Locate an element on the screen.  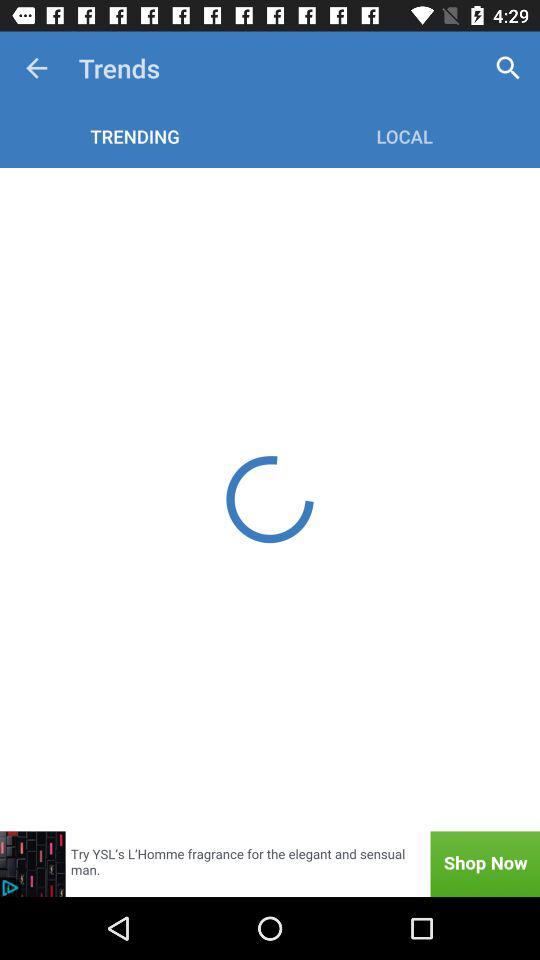
the item next to trends app is located at coordinates (508, 68).